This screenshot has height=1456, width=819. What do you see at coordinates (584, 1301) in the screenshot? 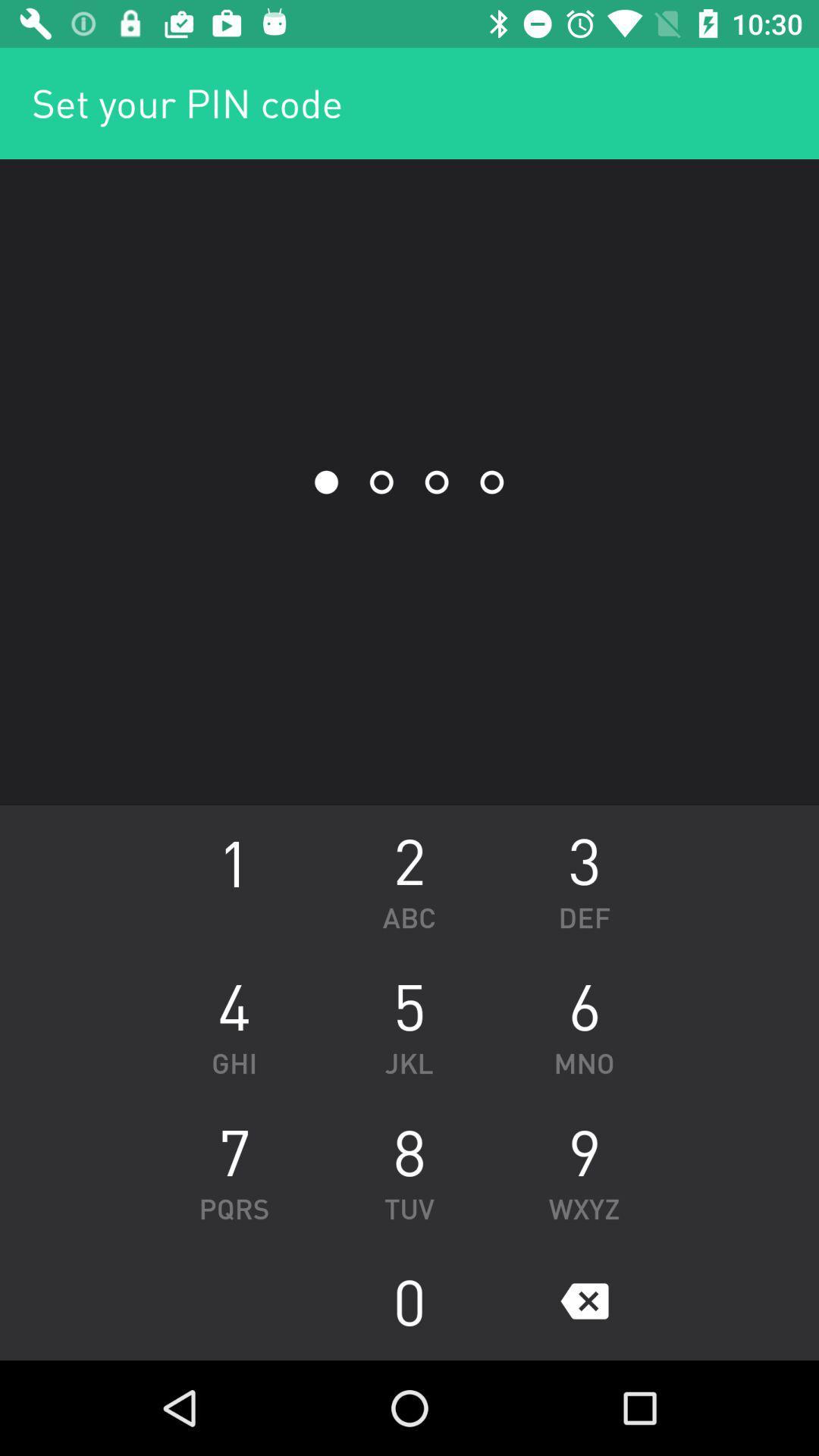
I see `the close icon` at bounding box center [584, 1301].